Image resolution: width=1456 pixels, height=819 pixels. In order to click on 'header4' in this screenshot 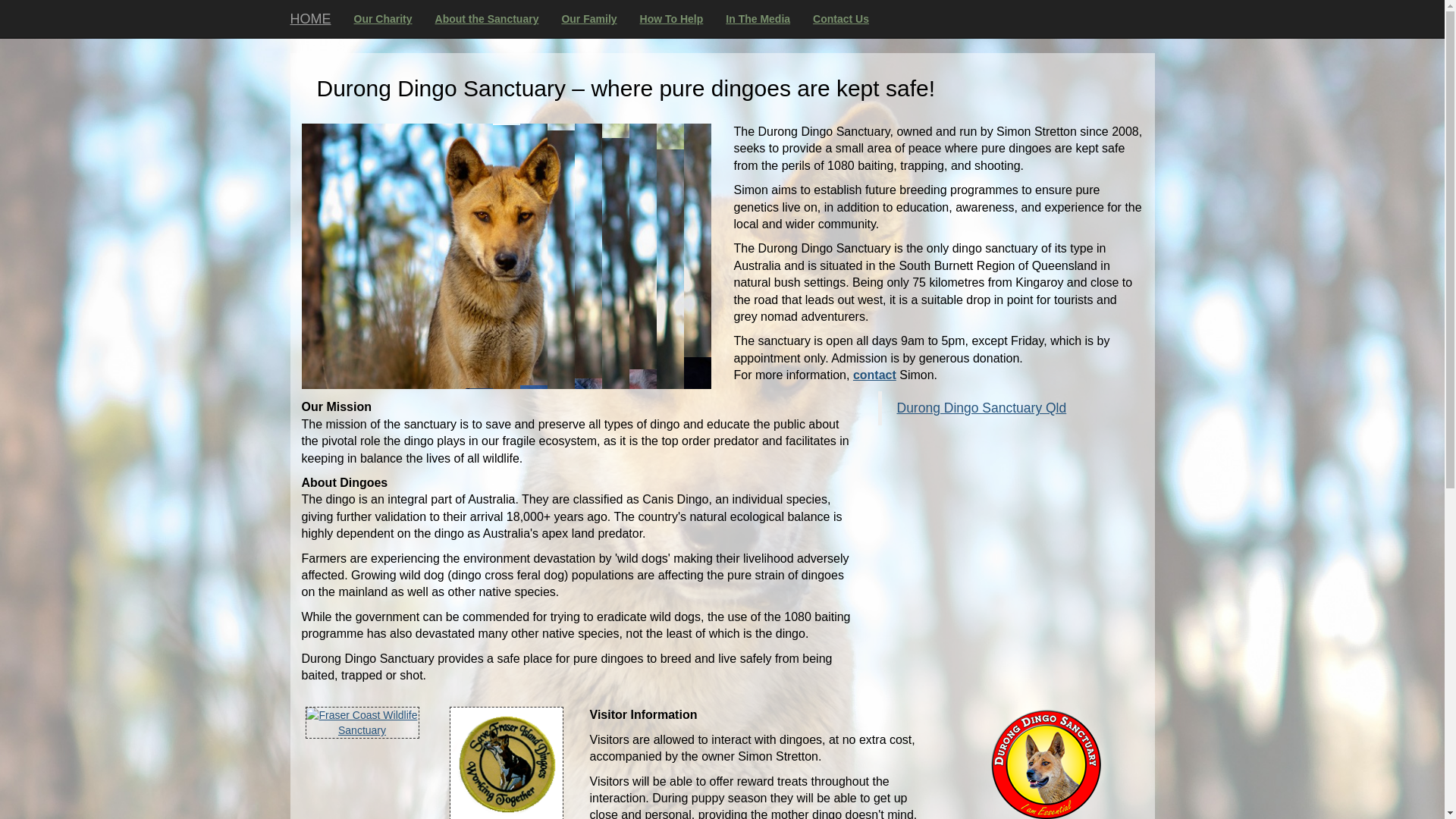, I will do `click(506, 256)`.